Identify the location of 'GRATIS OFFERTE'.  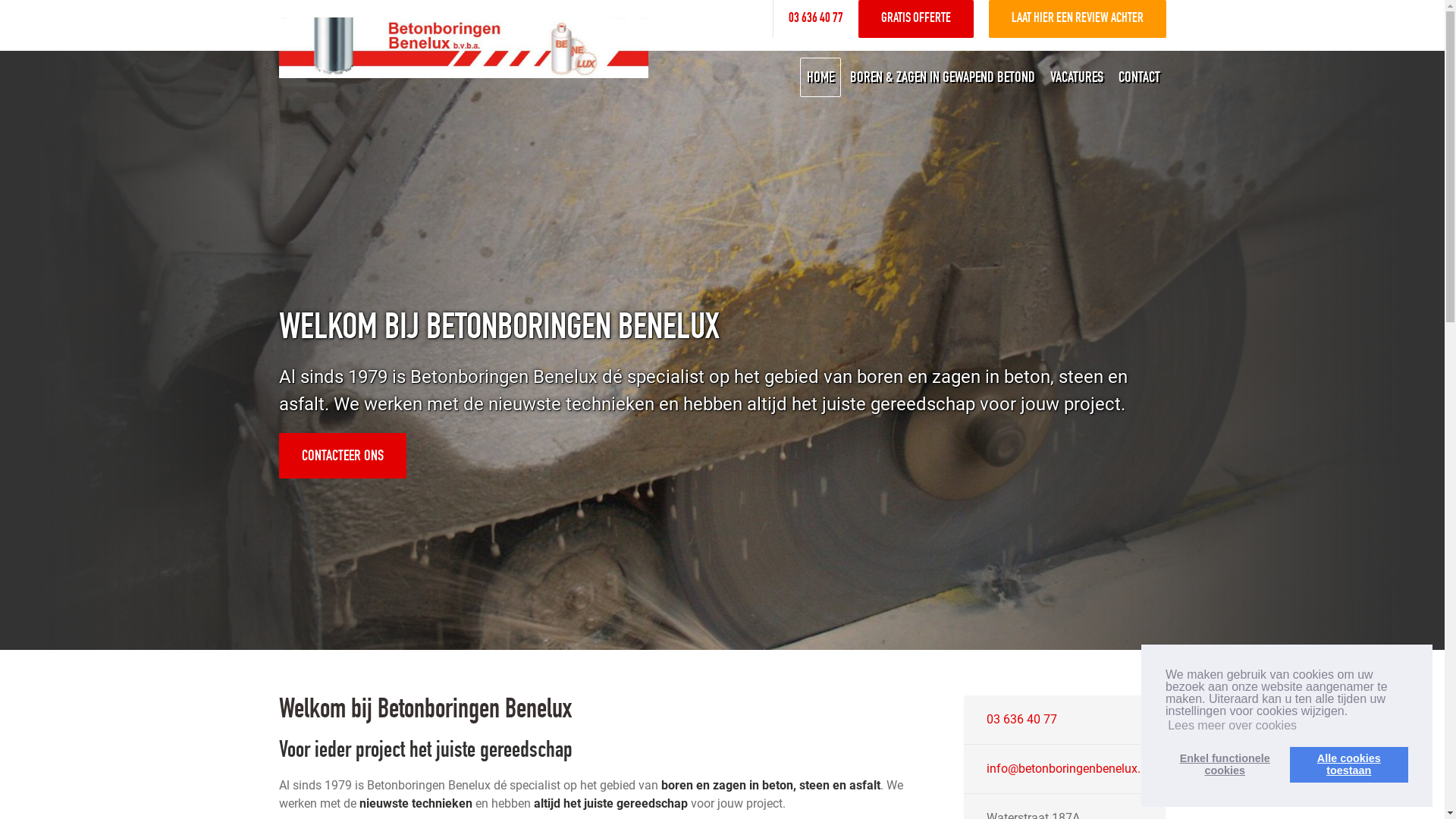
(915, 18).